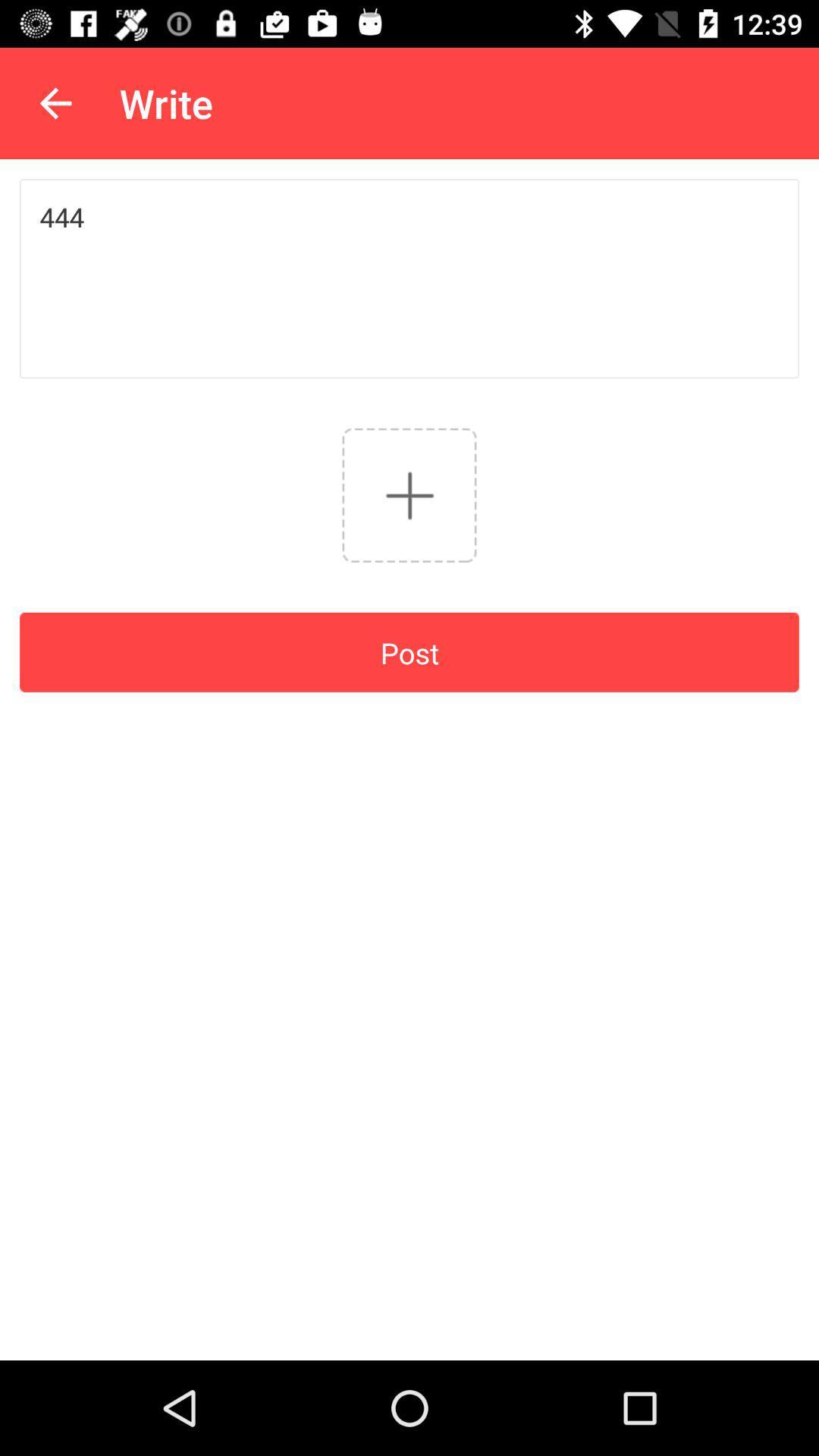 The width and height of the screenshot is (819, 1456). I want to click on the item above the 444 icon, so click(55, 102).